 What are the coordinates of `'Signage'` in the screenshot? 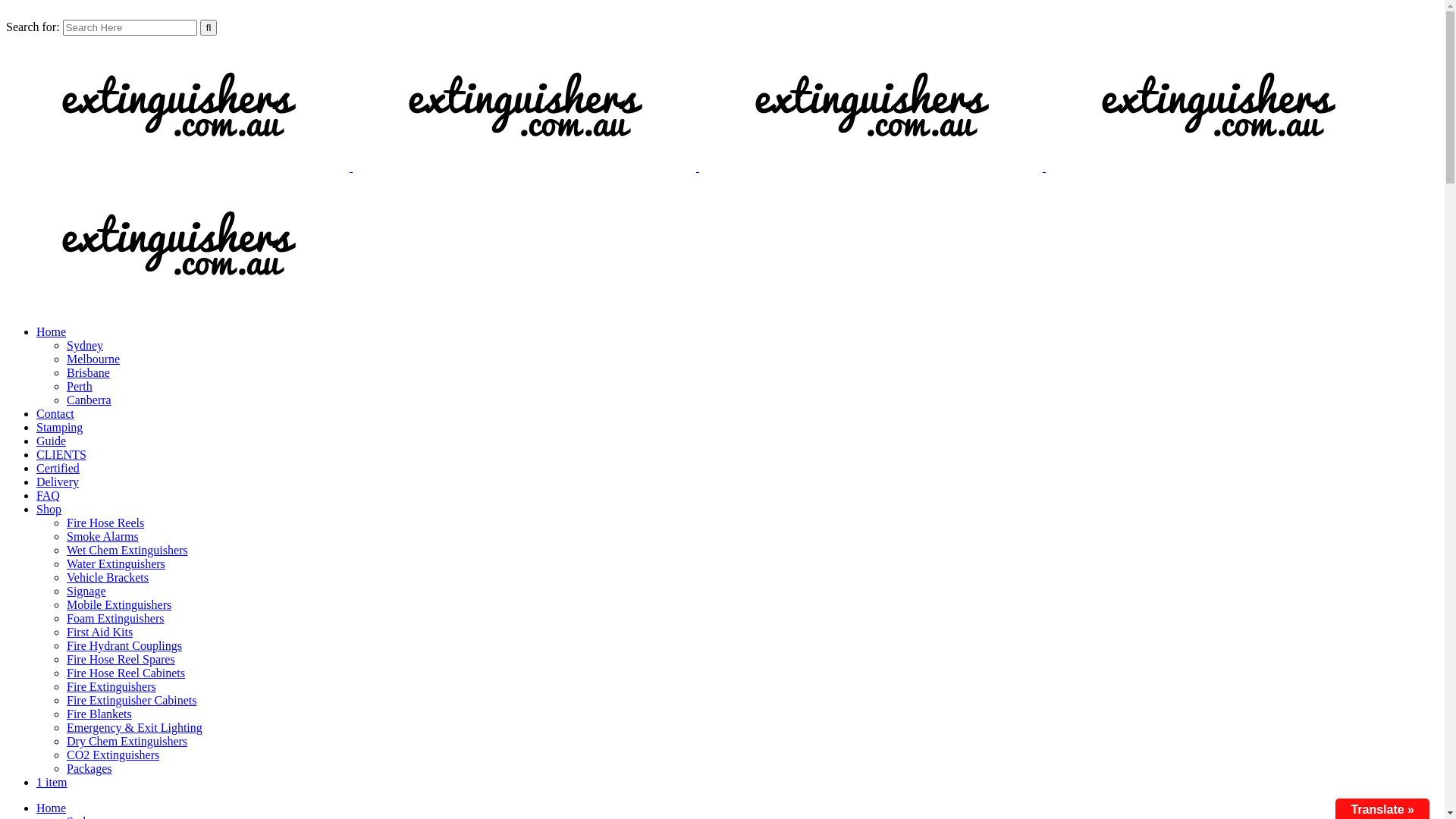 It's located at (86, 590).